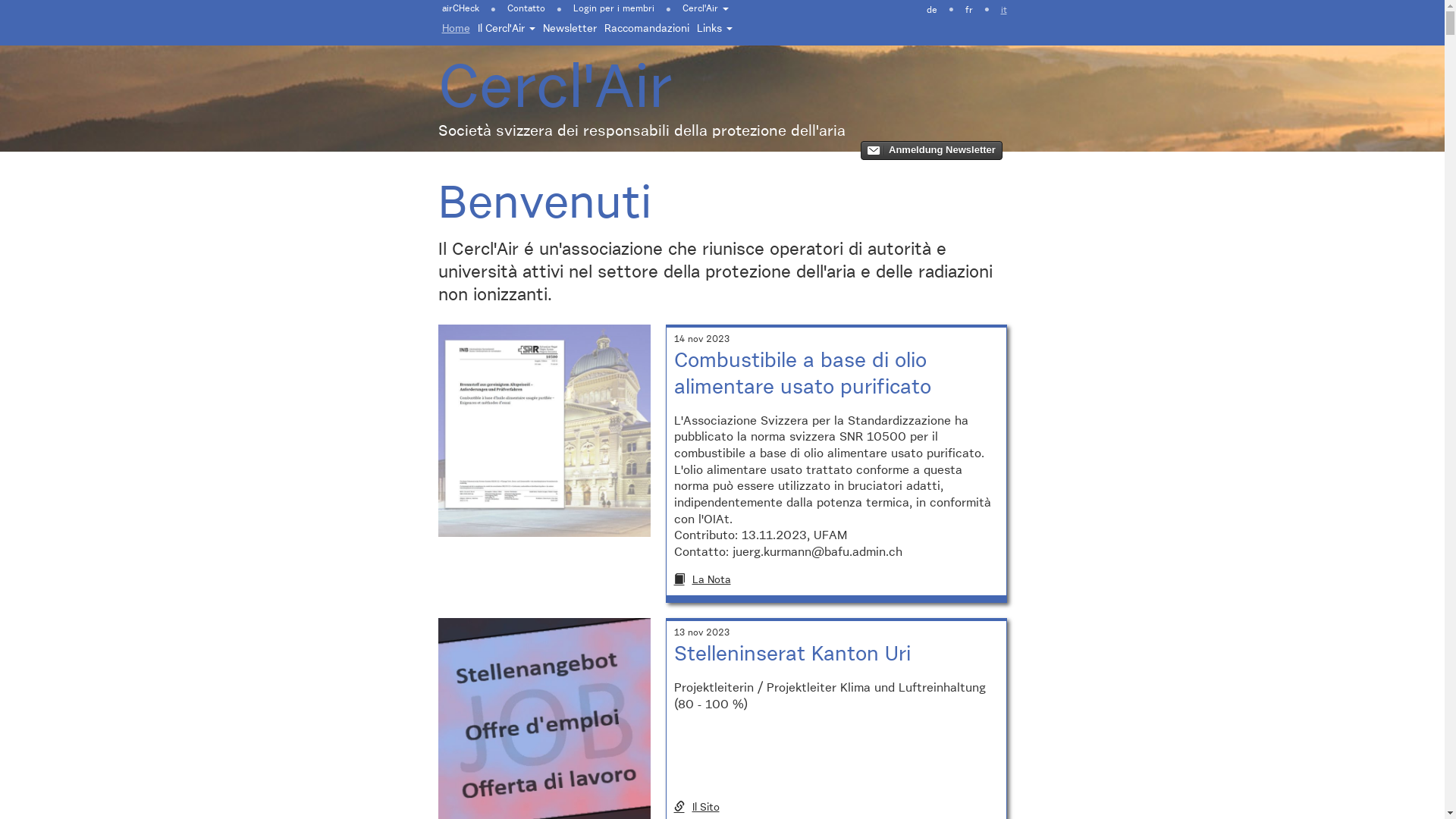 The image size is (1456, 819). What do you see at coordinates (463, 8) in the screenshot?
I see `'airCHeck'` at bounding box center [463, 8].